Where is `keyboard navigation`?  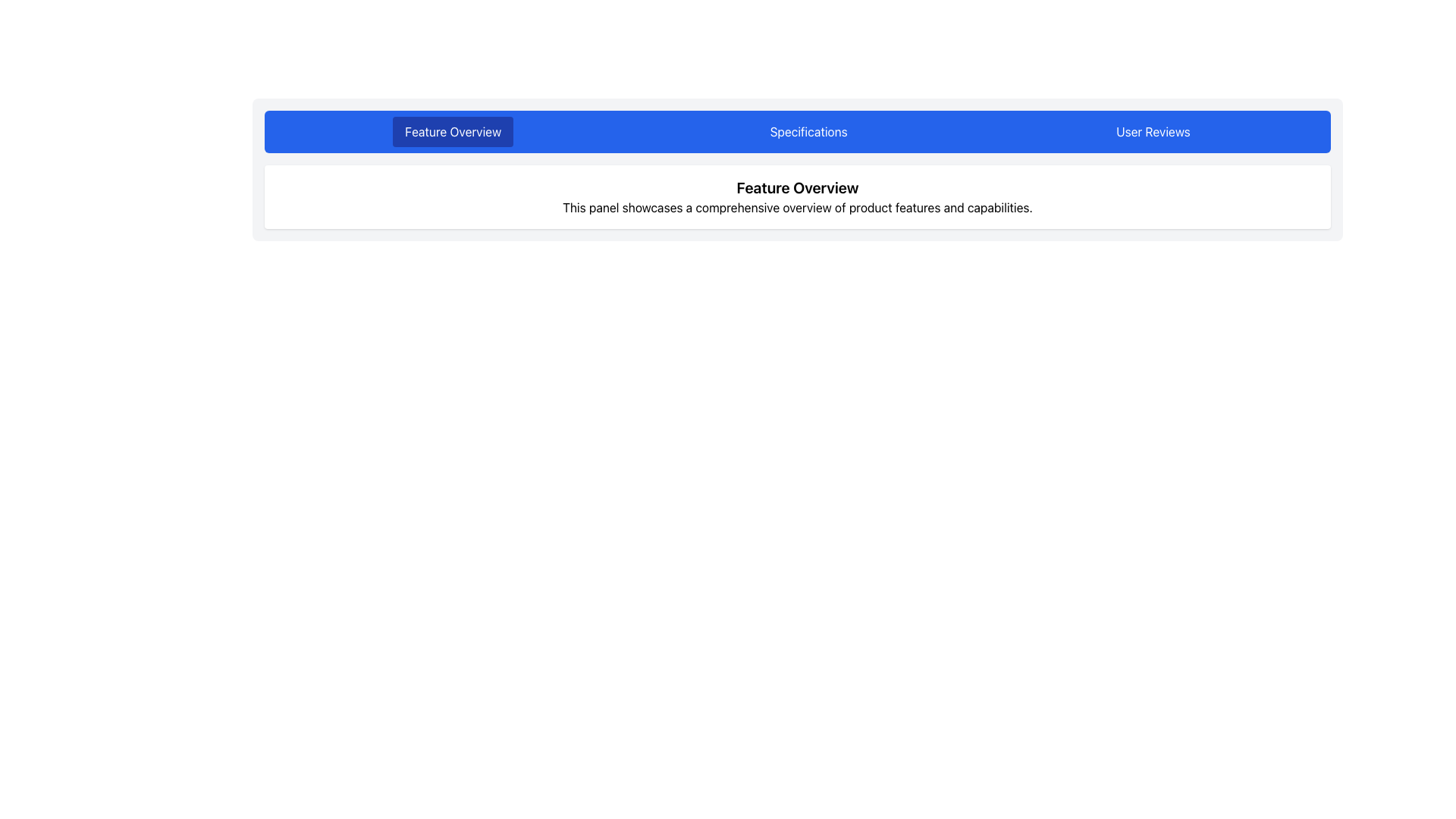
keyboard navigation is located at coordinates (1153, 130).